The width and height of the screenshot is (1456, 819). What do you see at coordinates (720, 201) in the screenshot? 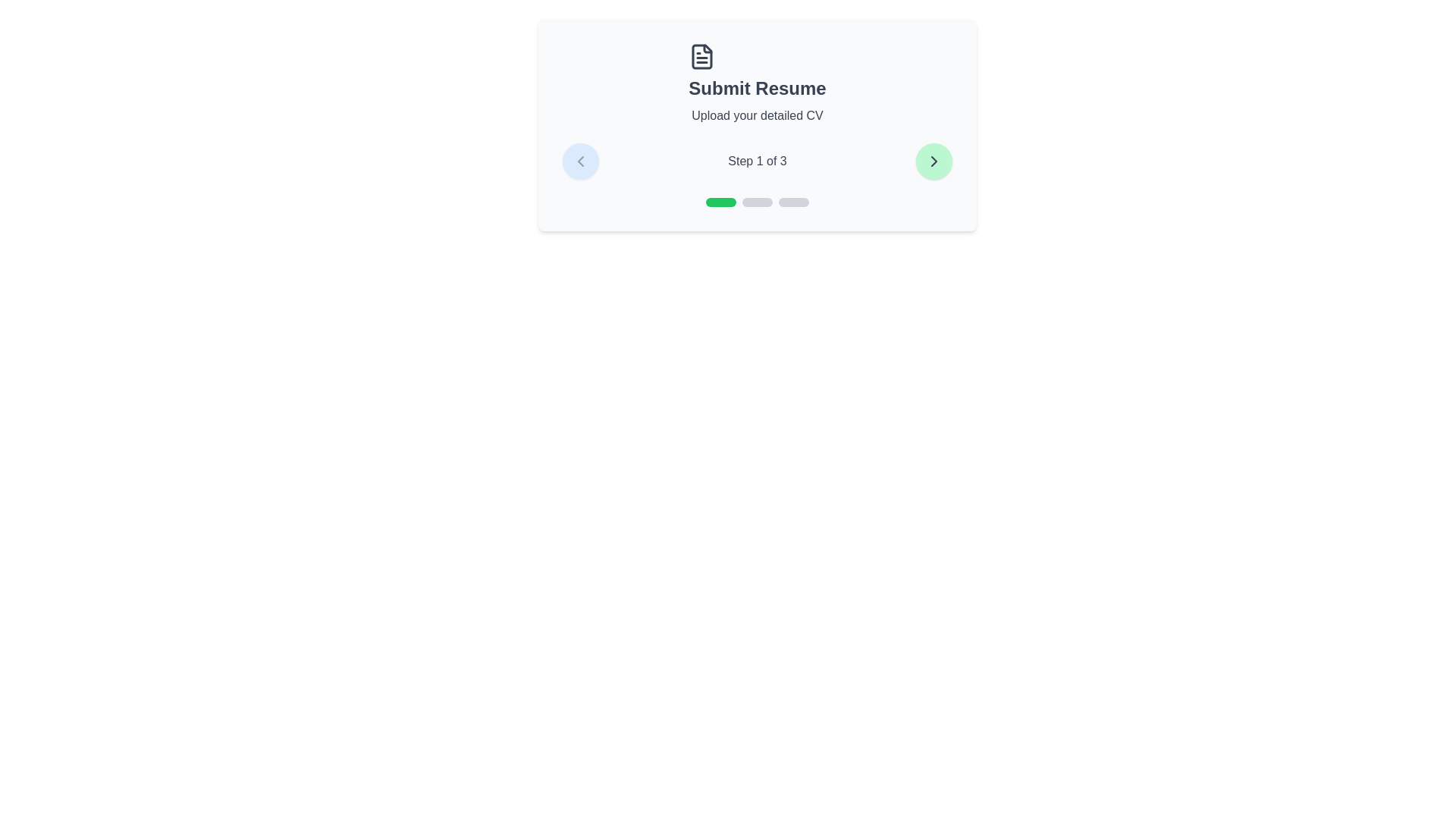
I see `the step progress indicator to navigate to step 1` at bounding box center [720, 201].